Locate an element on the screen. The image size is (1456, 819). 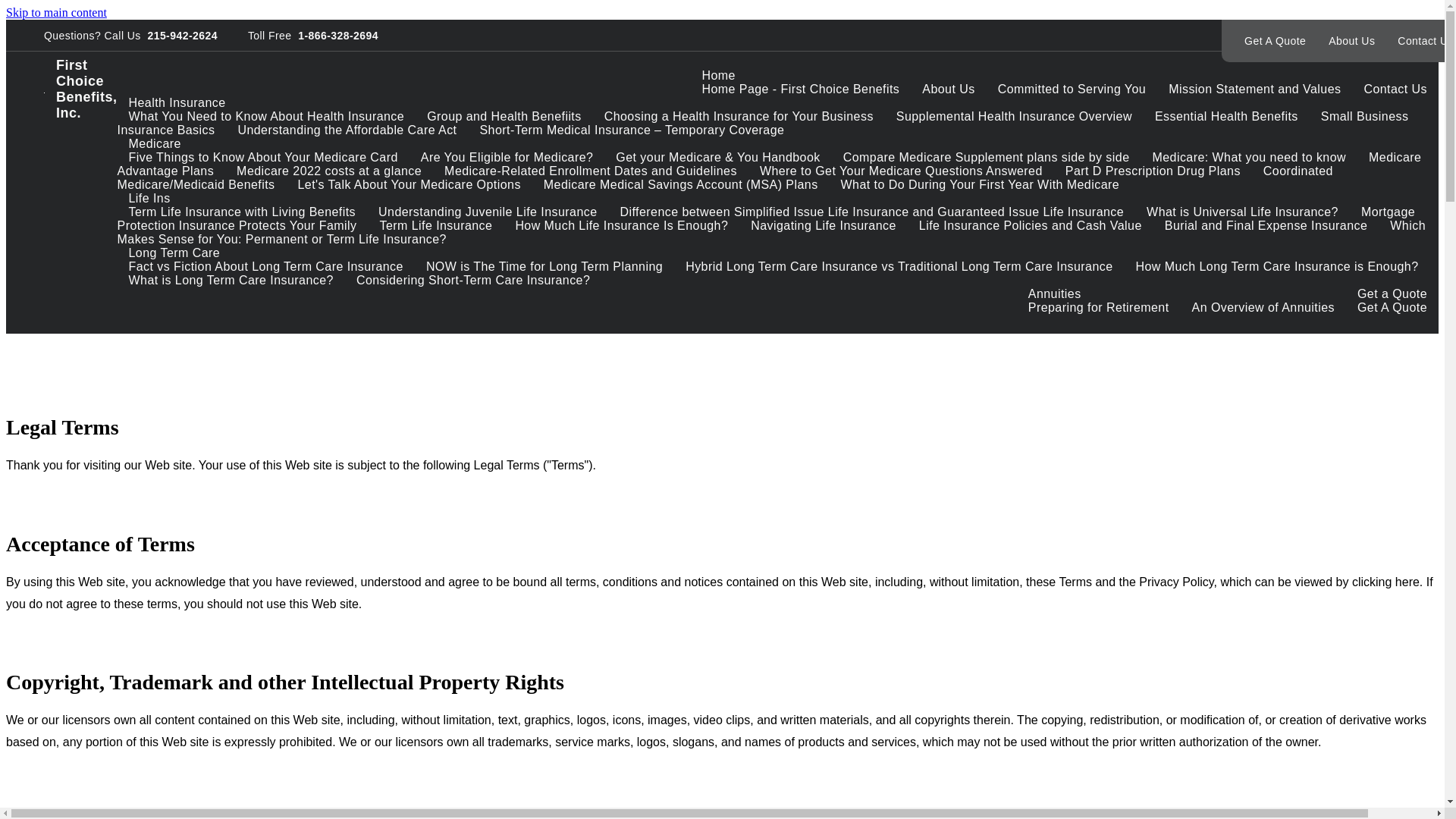
'Fact vs Fiction About Long Term Care Insurance' is located at coordinates (265, 265).